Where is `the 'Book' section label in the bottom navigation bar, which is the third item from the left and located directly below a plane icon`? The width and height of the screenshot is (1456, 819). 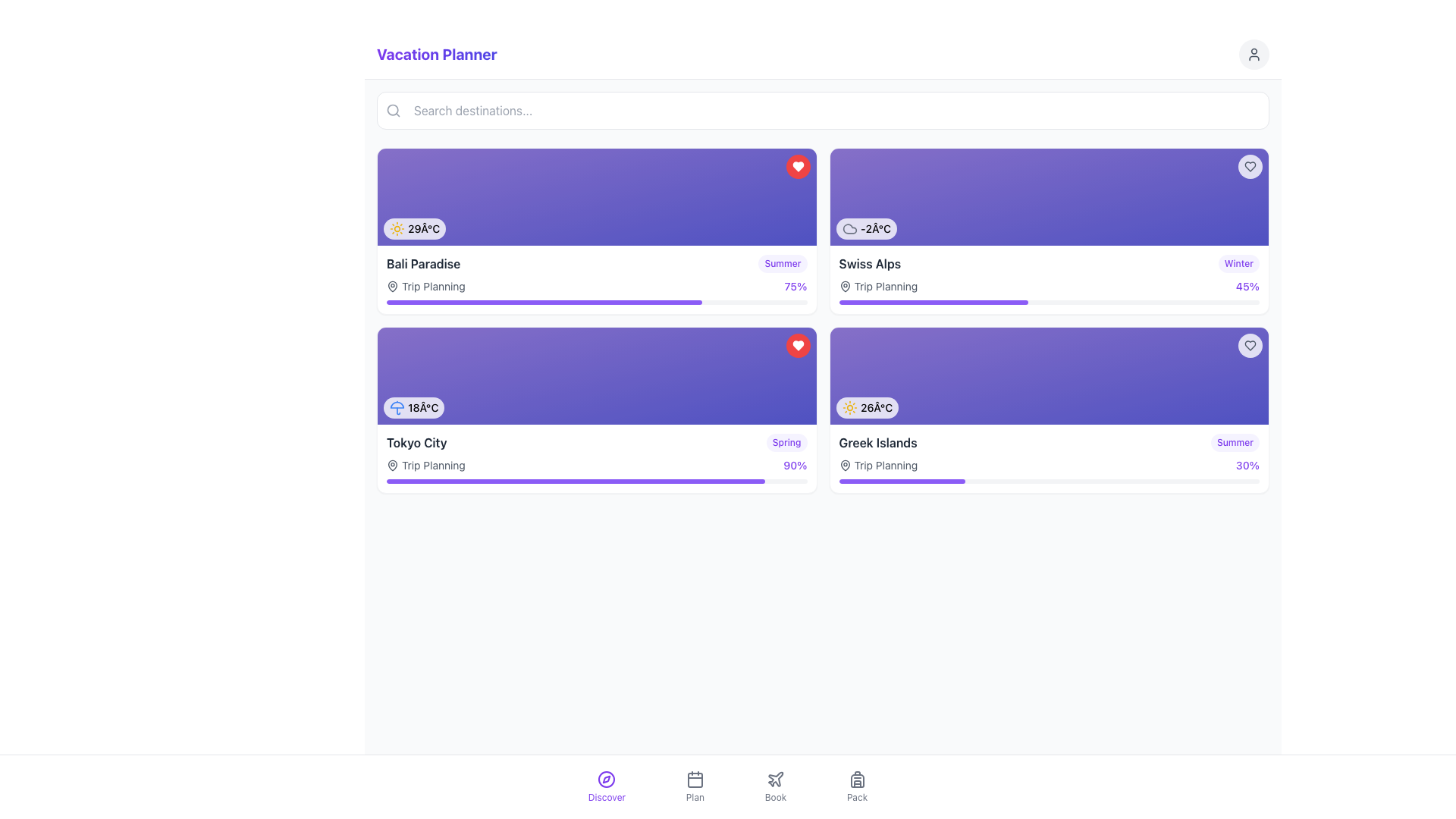 the 'Book' section label in the bottom navigation bar, which is the third item from the left and located directly below a plane icon is located at coordinates (775, 797).